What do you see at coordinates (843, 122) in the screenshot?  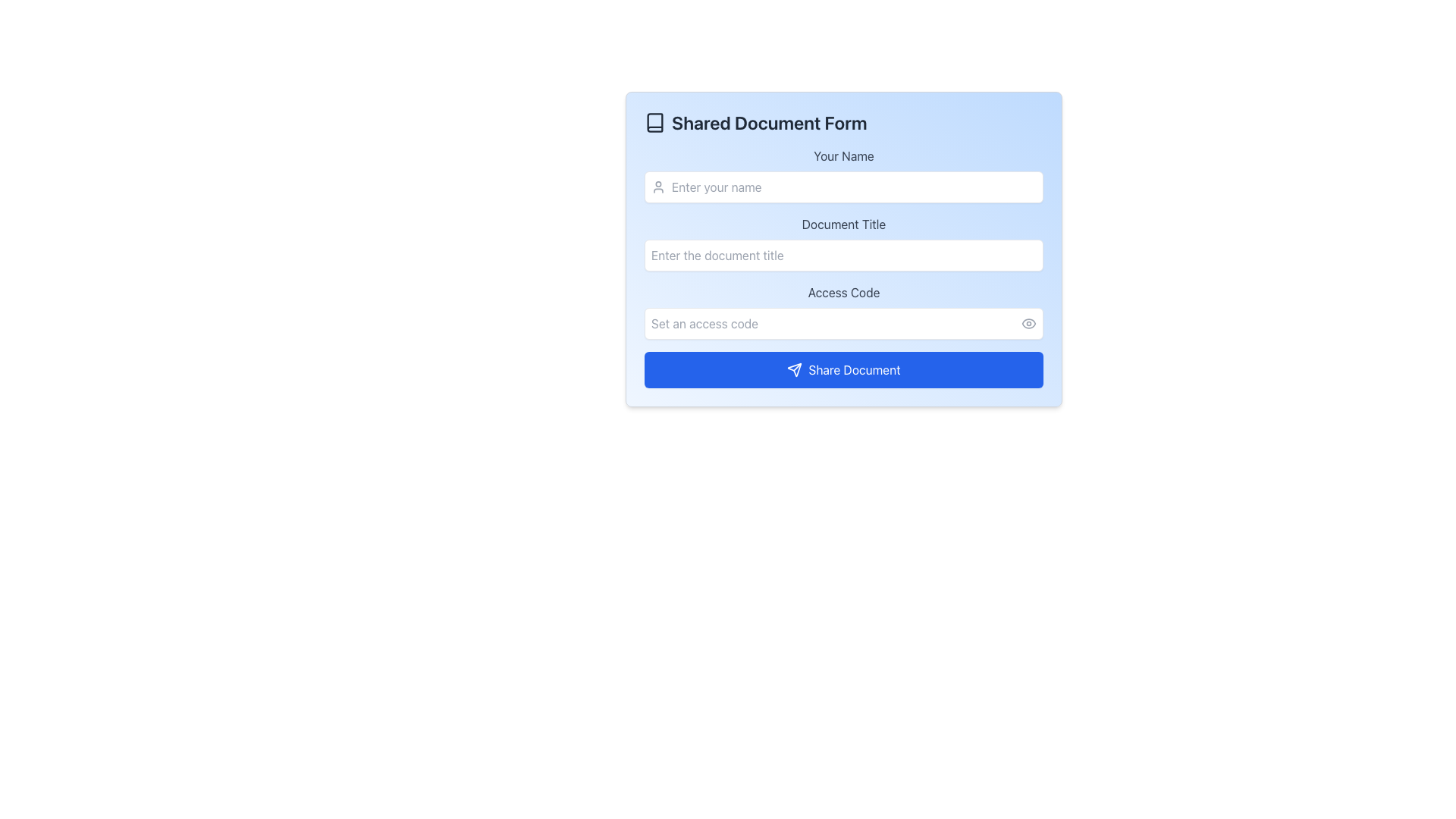 I see `the Text Heading with accompanying Icon, which indicates the purpose of the form to share a document, located at the top of the main form panel` at bounding box center [843, 122].